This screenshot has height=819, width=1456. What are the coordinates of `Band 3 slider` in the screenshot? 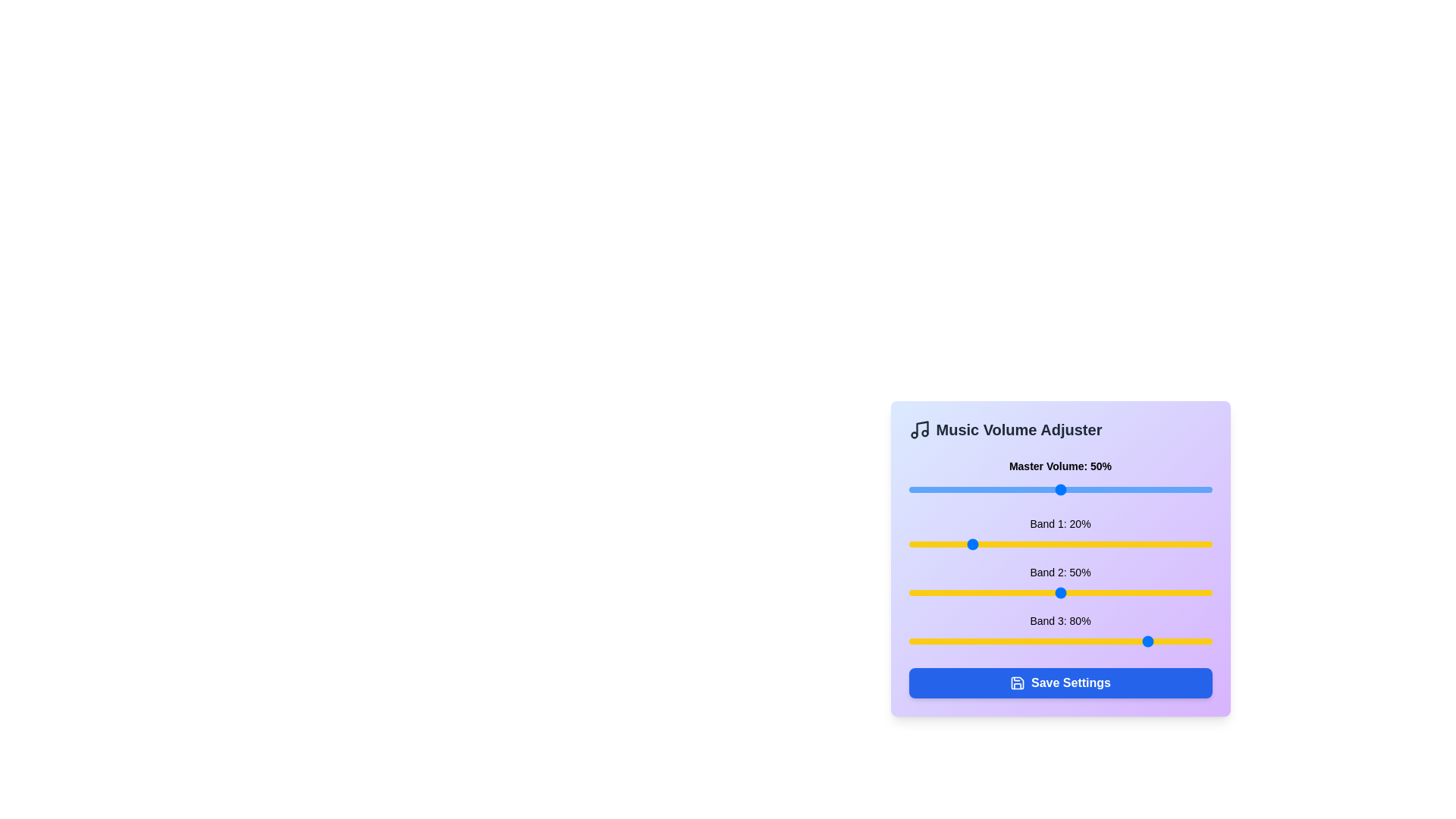 It's located at (984, 641).